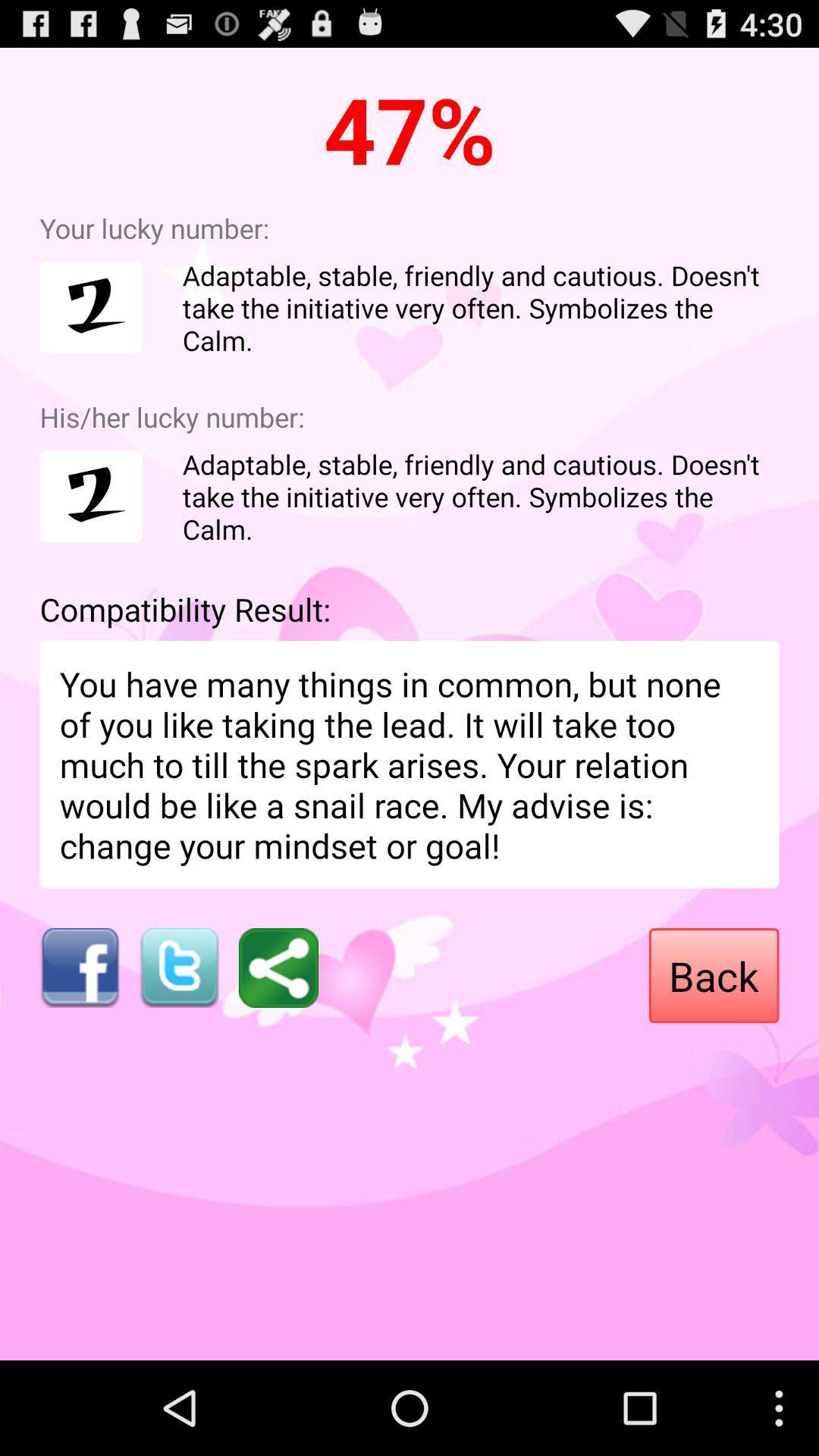 Image resolution: width=819 pixels, height=1456 pixels. What do you see at coordinates (178, 1035) in the screenshot?
I see `the twitter icon` at bounding box center [178, 1035].